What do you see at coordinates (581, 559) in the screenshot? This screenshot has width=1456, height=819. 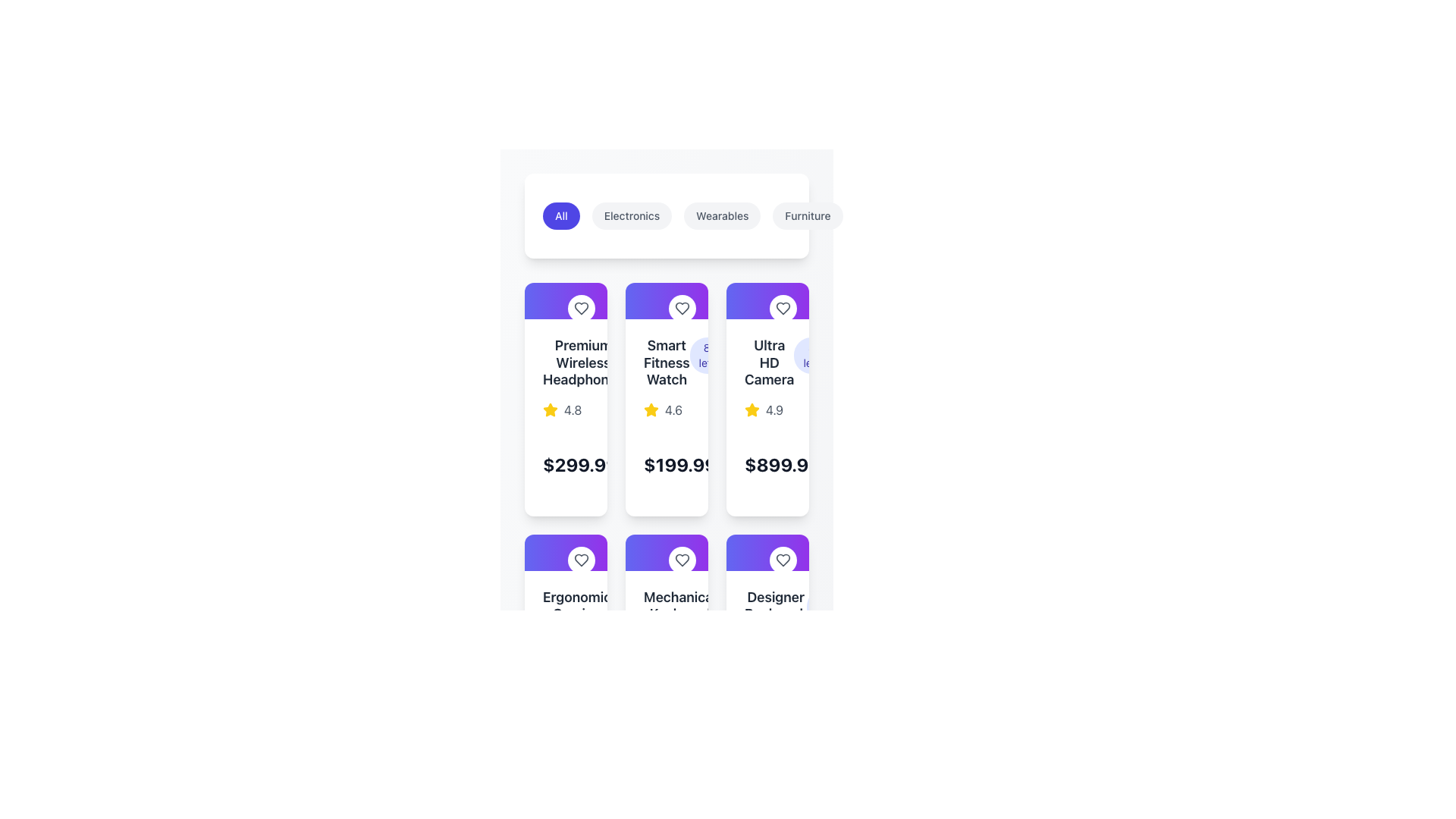 I see `the heart icon button, which is a circular button with a white background and a gray heart shape` at bounding box center [581, 559].